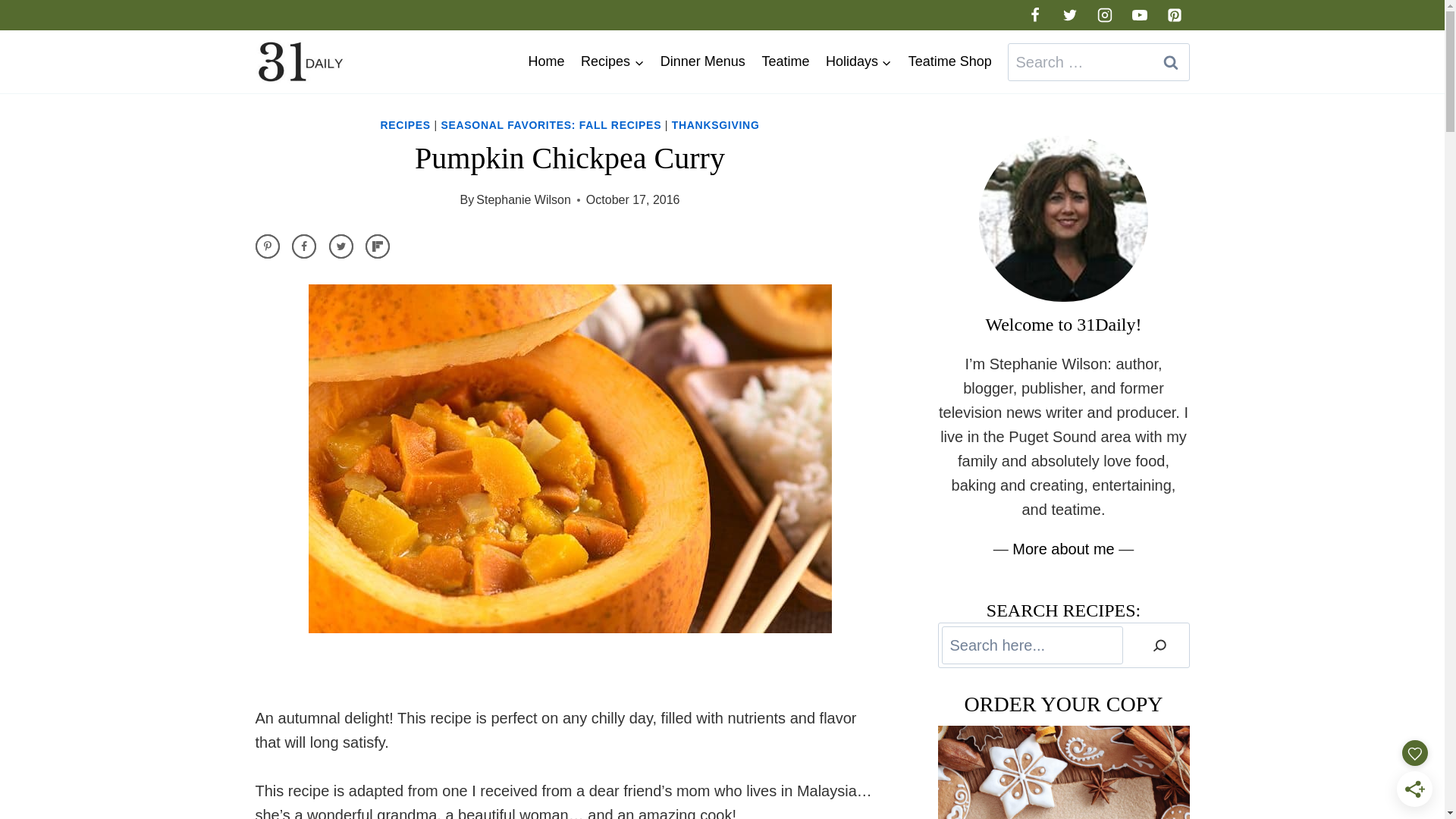 The height and width of the screenshot is (819, 1456). Describe the element at coordinates (546, 61) in the screenshot. I see `'Home'` at that location.